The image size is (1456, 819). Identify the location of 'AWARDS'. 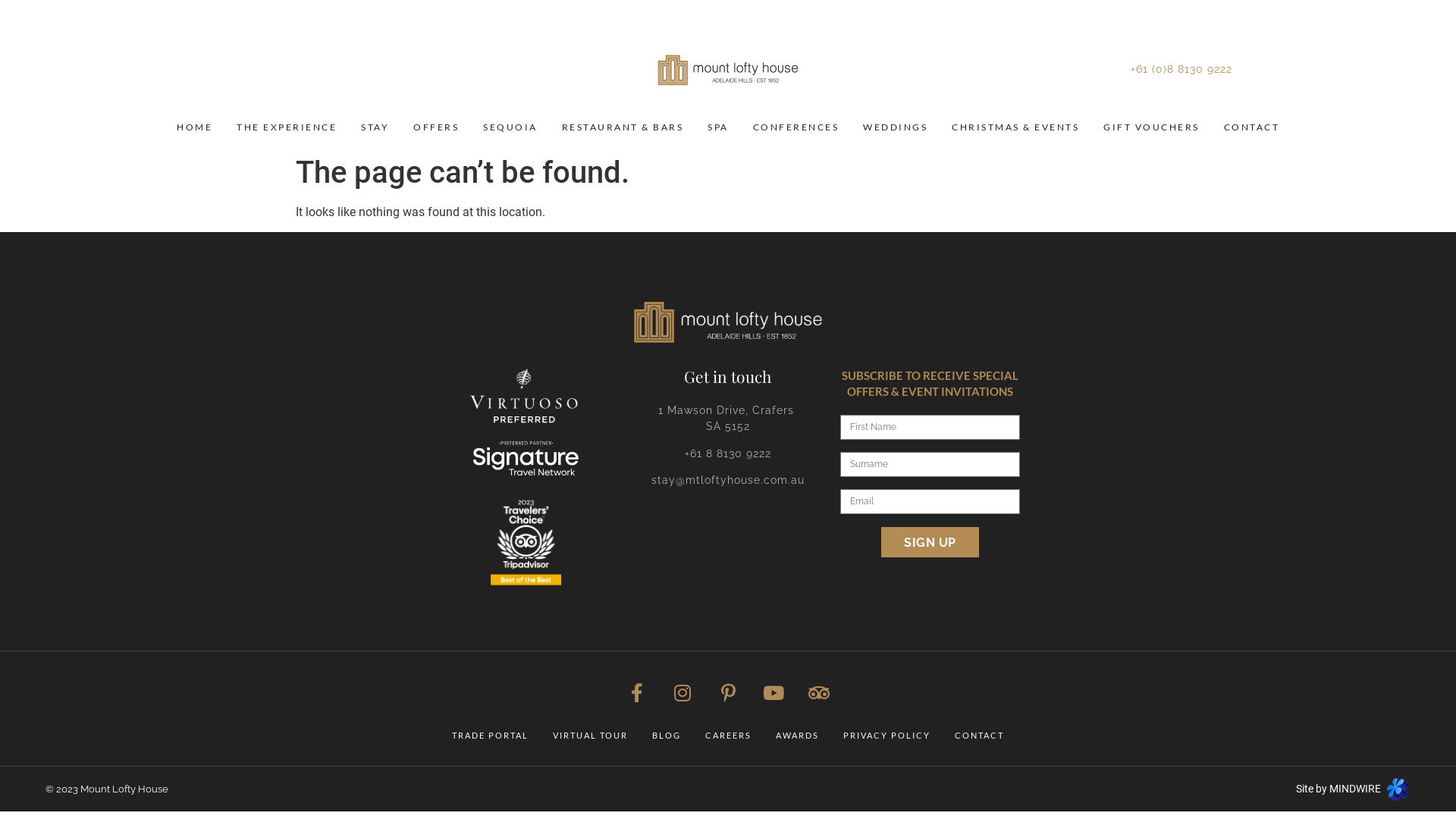
(775, 734).